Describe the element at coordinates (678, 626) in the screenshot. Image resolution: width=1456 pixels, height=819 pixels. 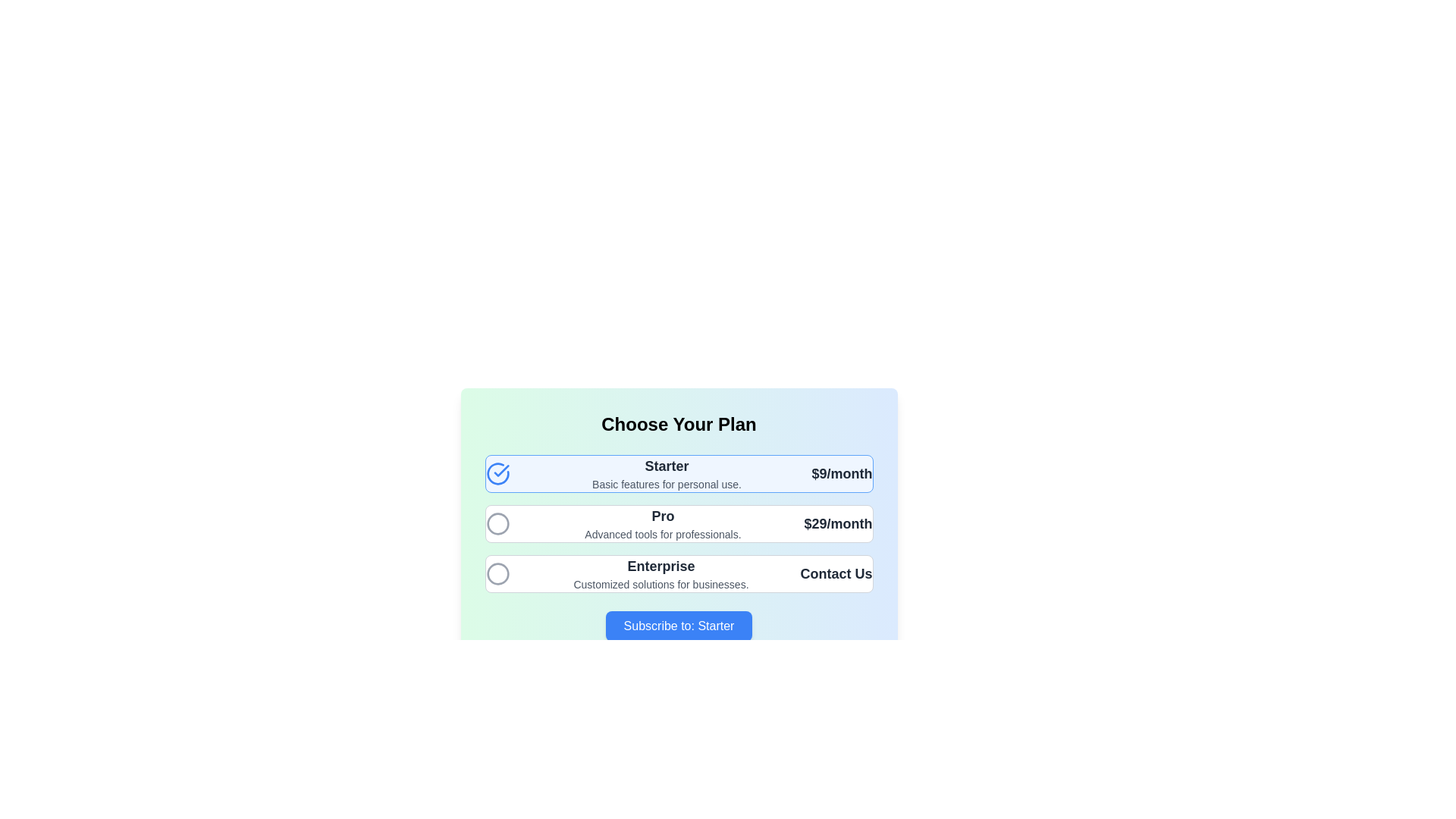
I see `the blue rectangular button with white rounded corners labeled 'Subscribe to: Starter' located at the bottom center of the pricing card` at that location.